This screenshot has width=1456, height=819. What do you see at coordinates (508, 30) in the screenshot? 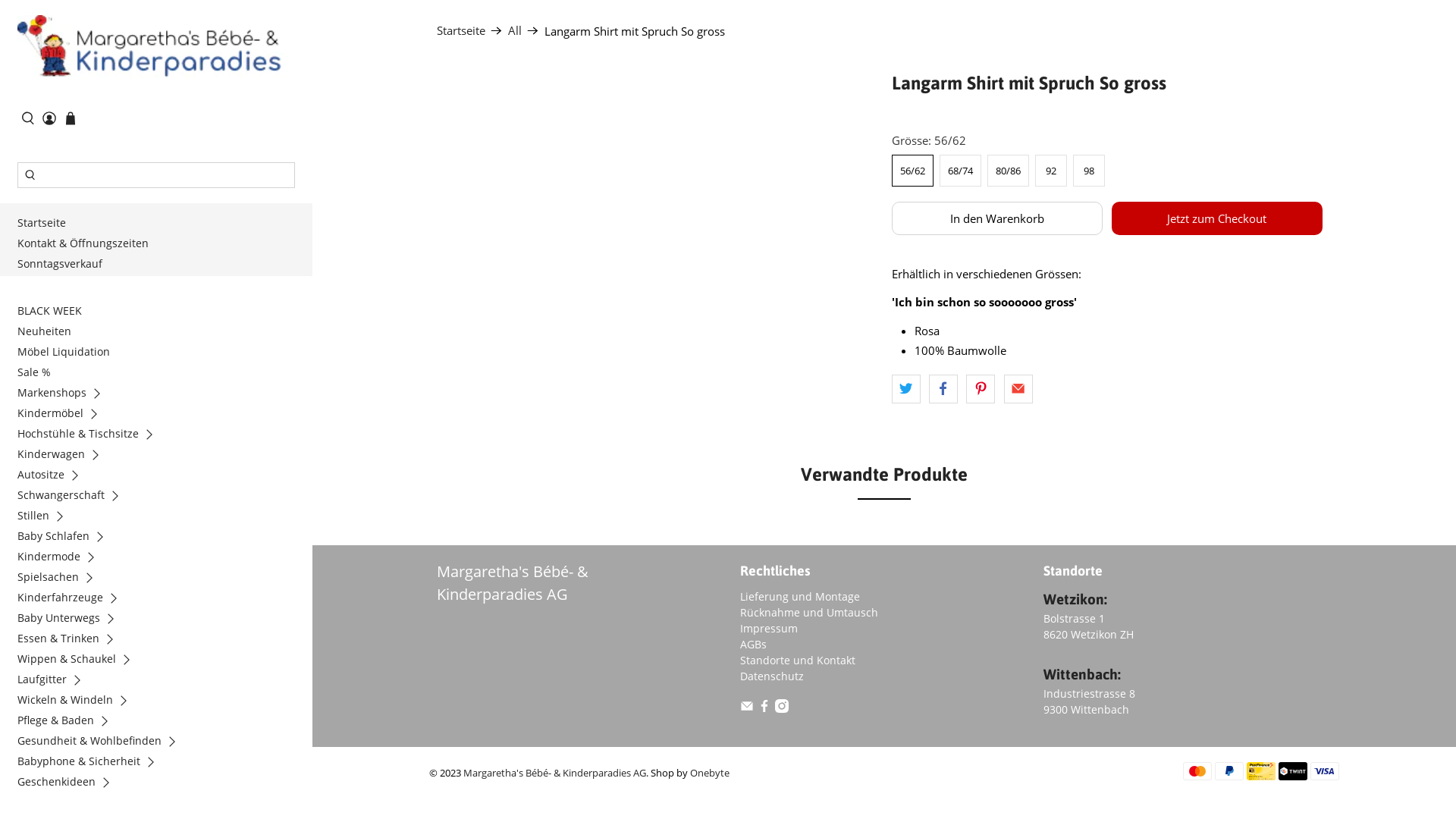
I see `'All'` at bounding box center [508, 30].